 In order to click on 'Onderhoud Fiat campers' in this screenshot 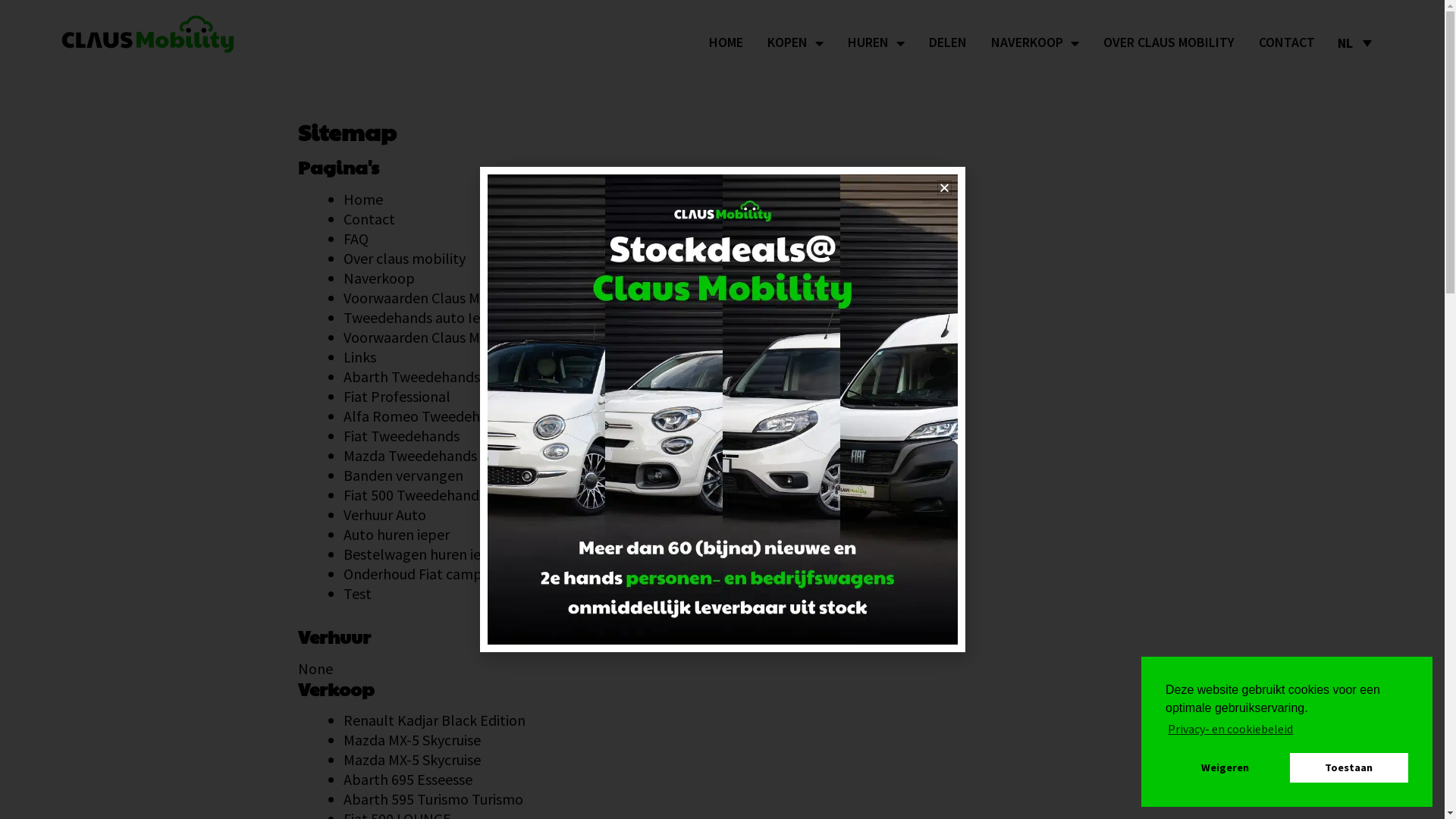, I will do `click(422, 573)`.